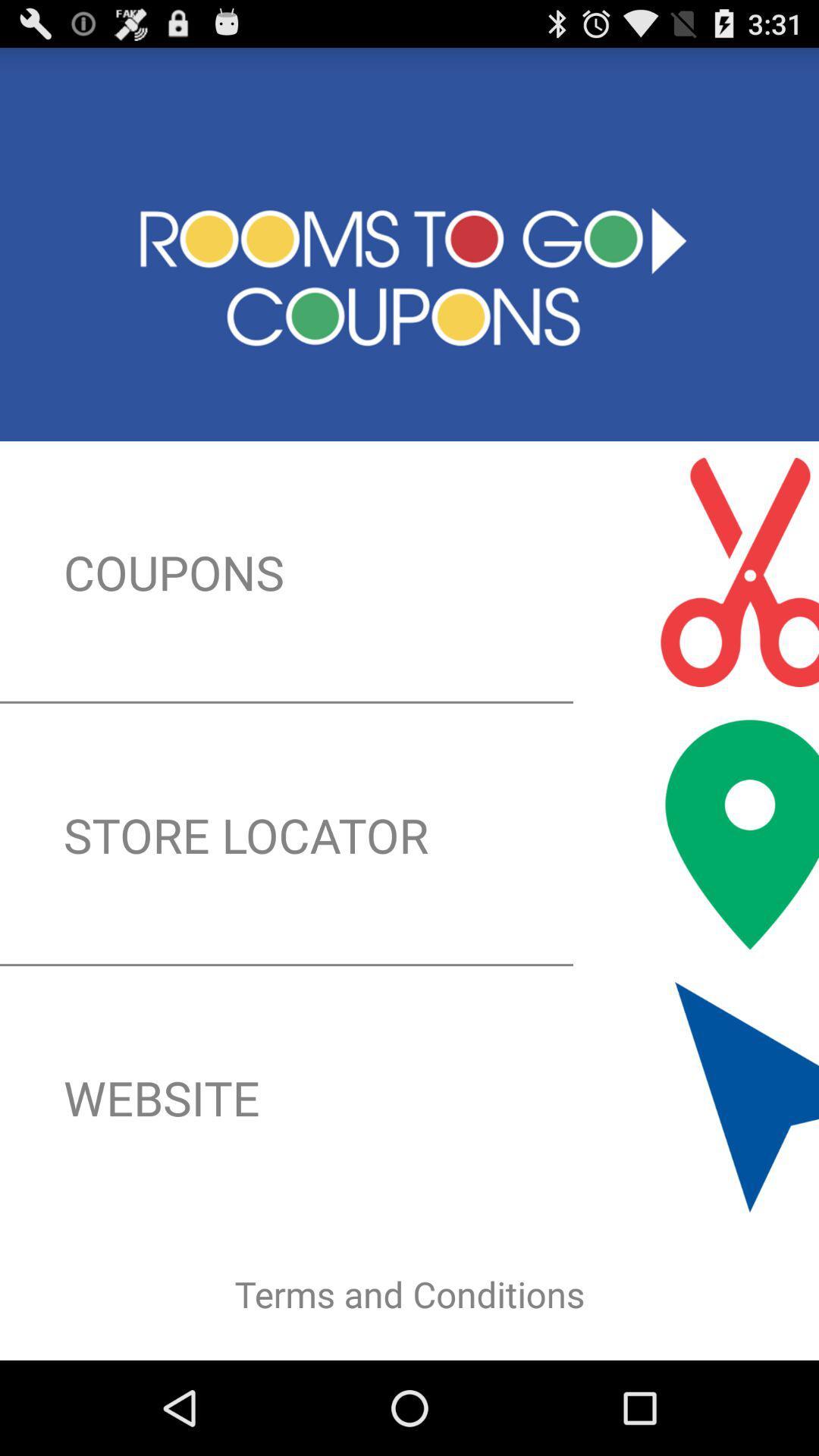 The height and width of the screenshot is (1456, 819). What do you see at coordinates (409, 1294) in the screenshot?
I see `the terms and conditions` at bounding box center [409, 1294].